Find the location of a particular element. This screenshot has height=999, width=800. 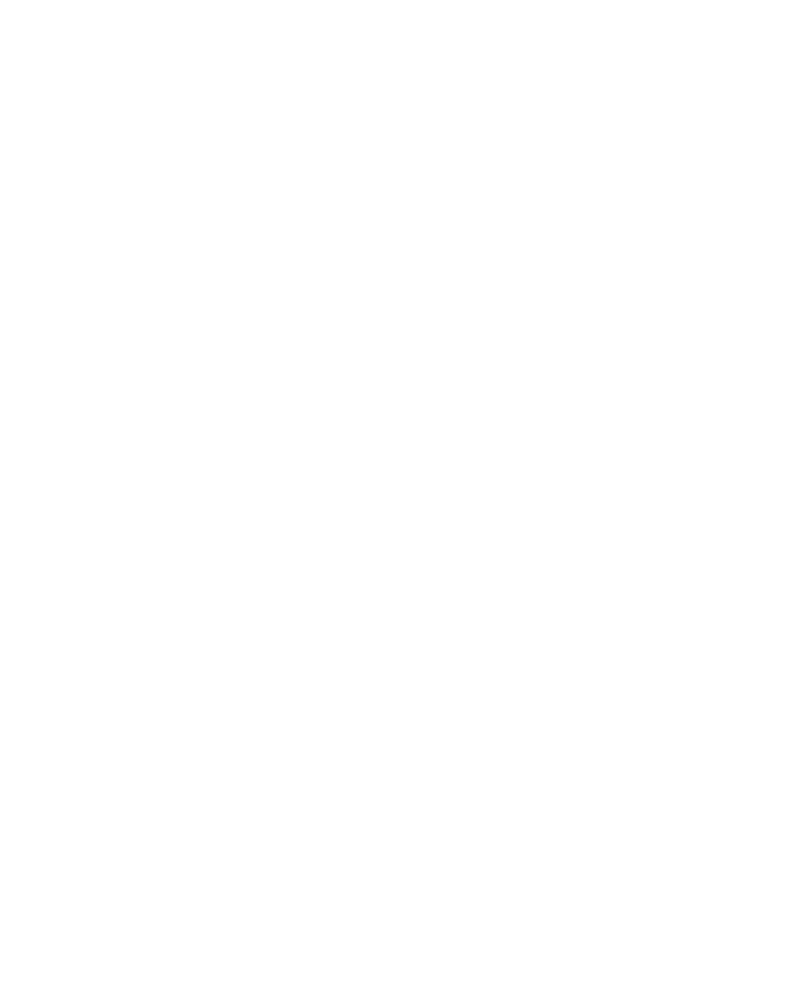

'JH Audio’s new Pearl Tri Amp Micro Speaker Management System is available with its new Ruby IEMs.' is located at coordinates (355, 838).